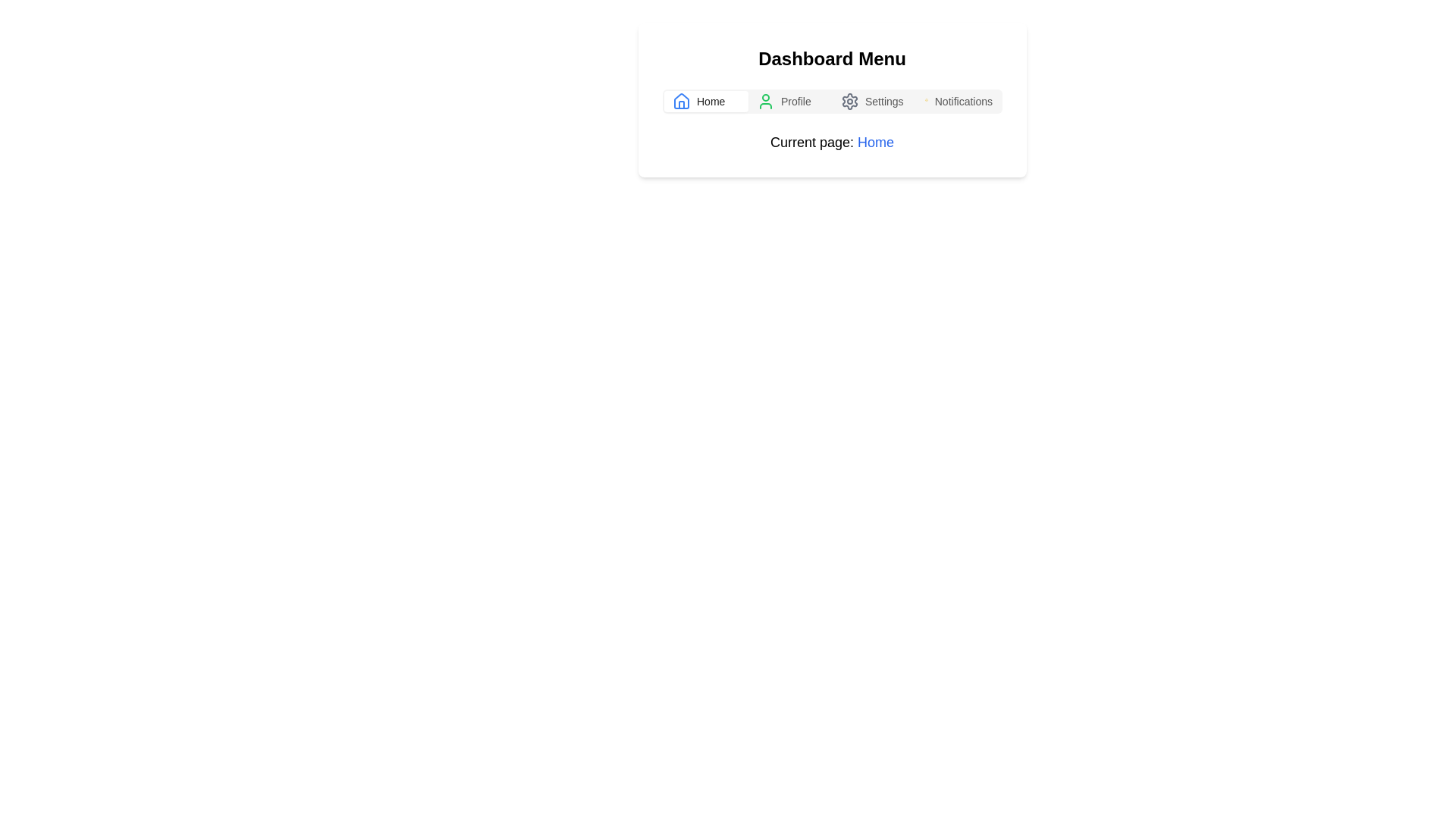 The width and height of the screenshot is (1456, 819). What do you see at coordinates (831, 102) in the screenshot?
I see `the segmented control located at the top-center of the page, just below the 'Dashboard Menu'` at bounding box center [831, 102].